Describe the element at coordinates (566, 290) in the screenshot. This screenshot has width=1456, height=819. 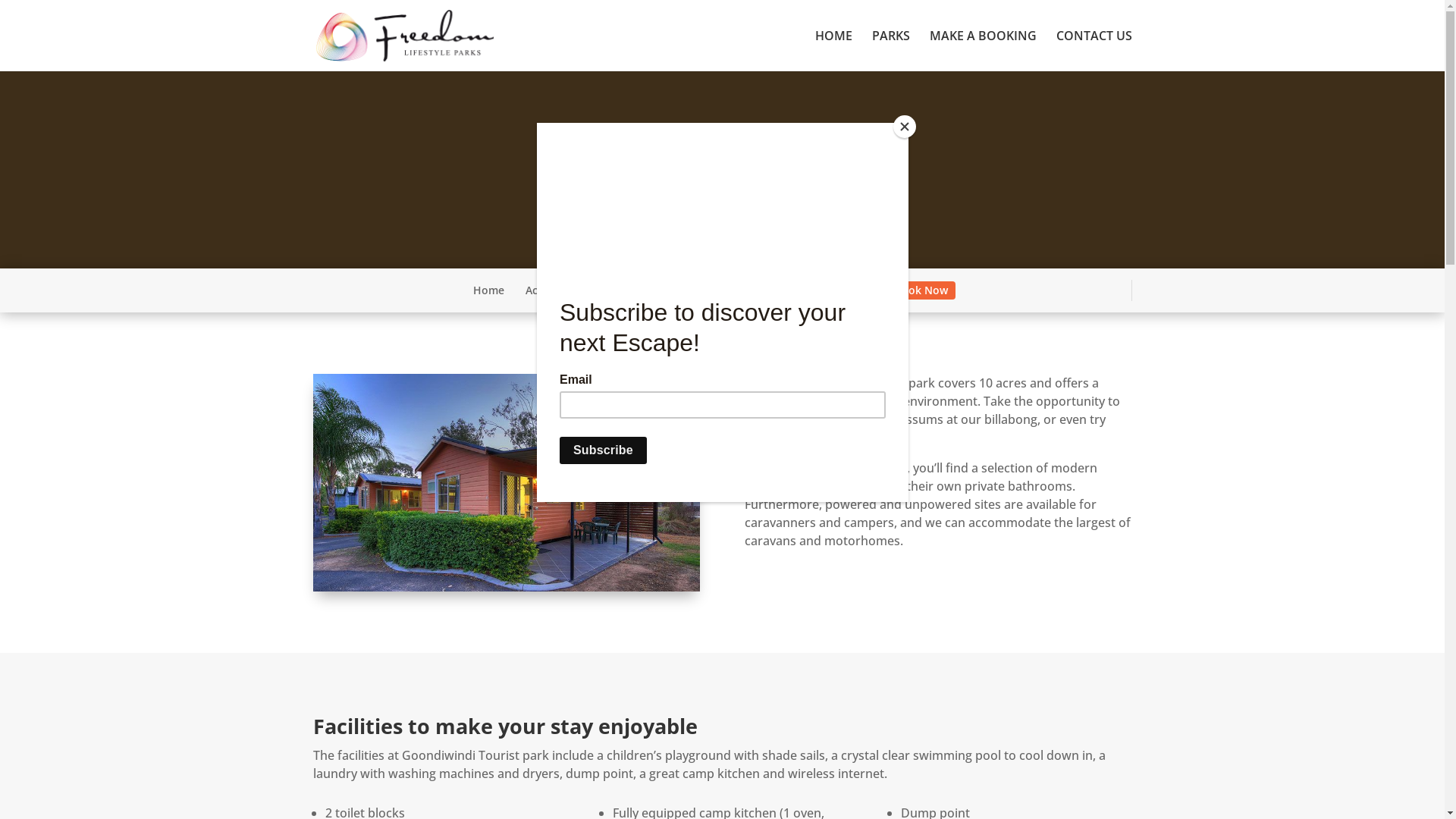
I see `'Accommodation'` at that location.